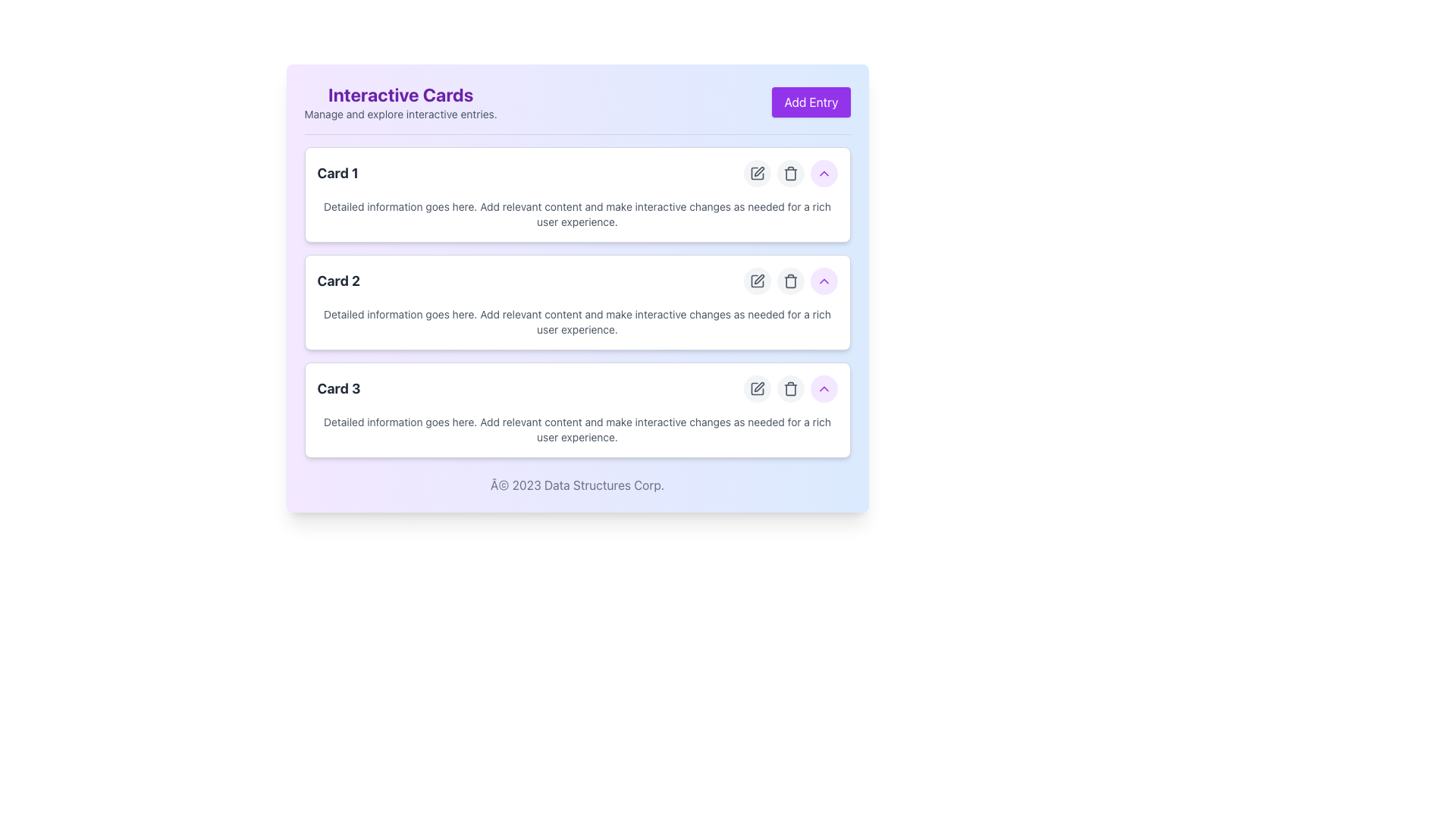  Describe the element at coordinates (576, 321) in the screenshot. I see `text content in the second card (Card 2) below its heading, which is styled in gray color and contains detailed information` at that location.